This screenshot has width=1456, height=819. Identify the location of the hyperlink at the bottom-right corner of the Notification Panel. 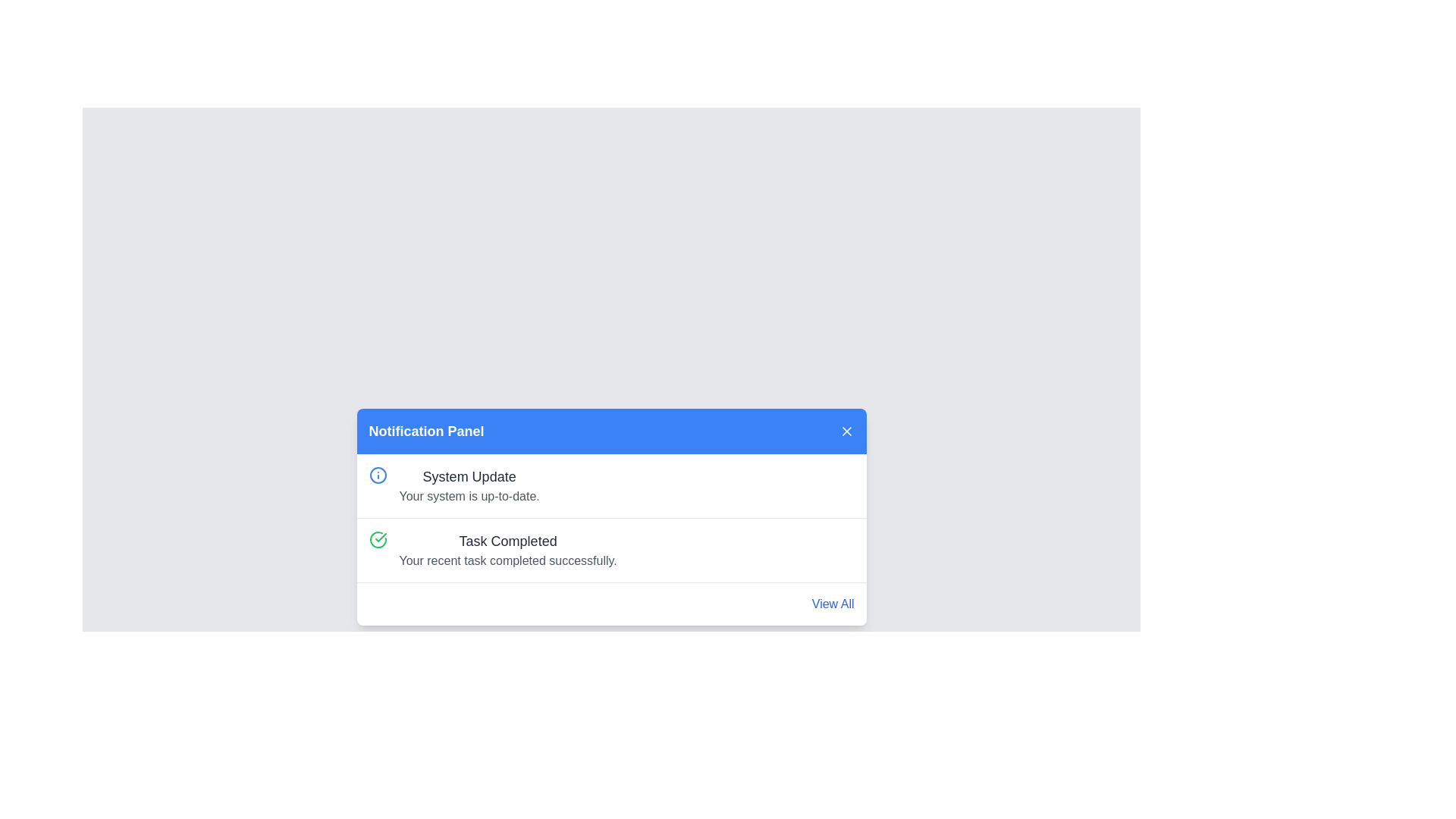
(832, 604).